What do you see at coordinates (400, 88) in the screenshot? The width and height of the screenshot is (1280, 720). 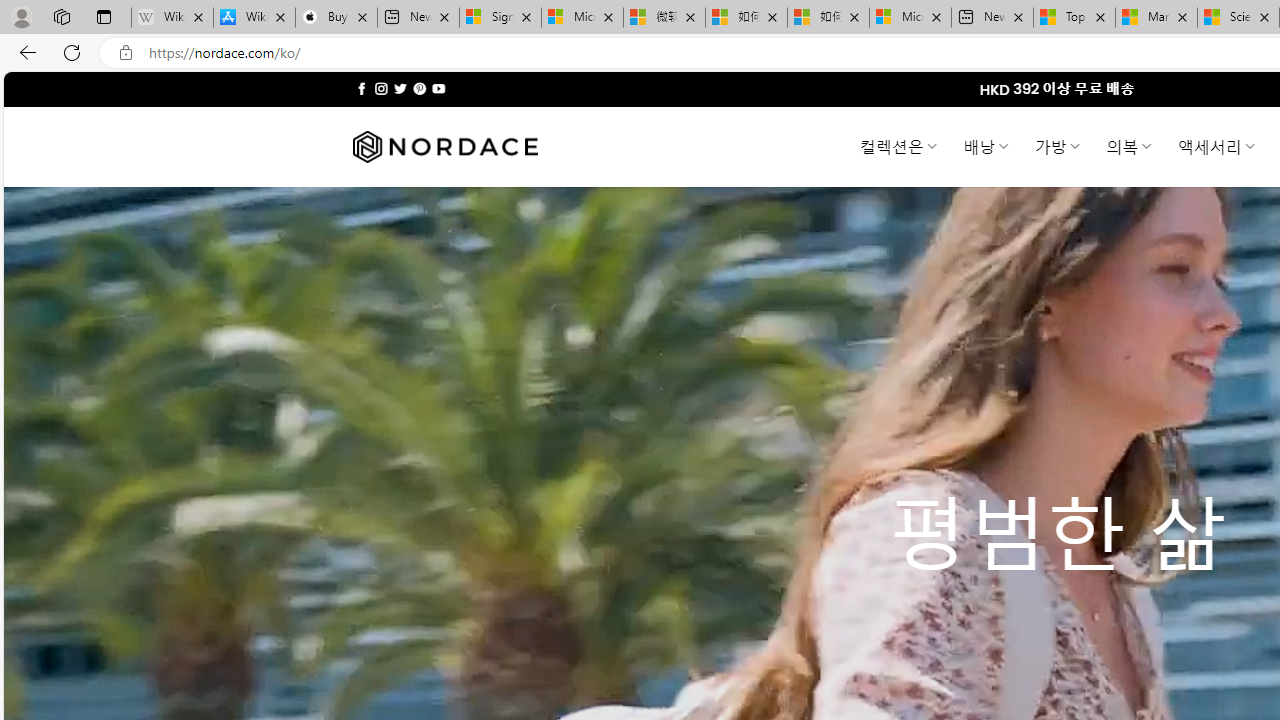 I see `'Follow on Twitter'` at bounding box center [400, 88].